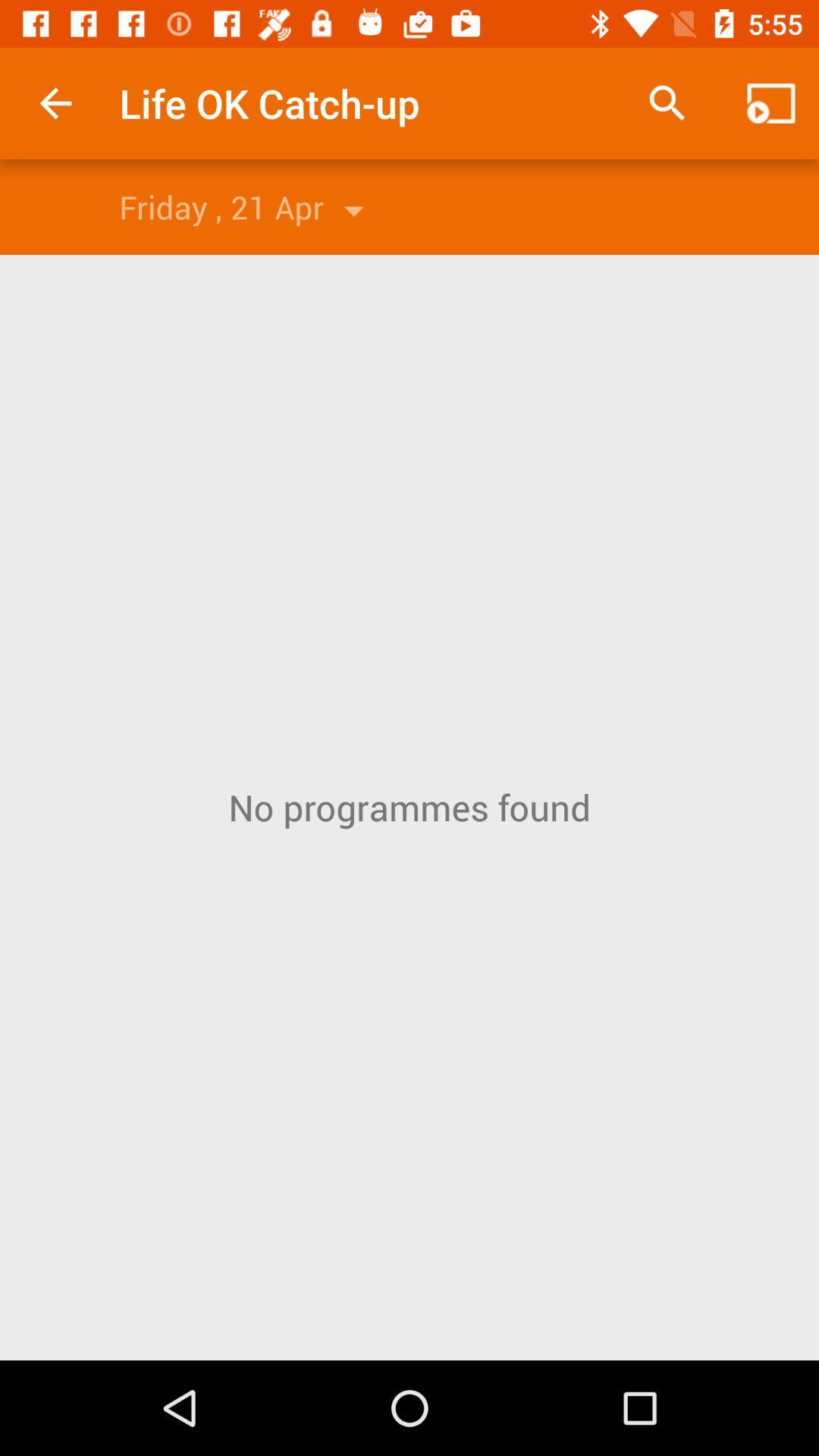 The image size is (819, 1456). Describe the element at coordinates (55, 102) in the screenshot. I see `app to the left of the life ok catch` at that location.